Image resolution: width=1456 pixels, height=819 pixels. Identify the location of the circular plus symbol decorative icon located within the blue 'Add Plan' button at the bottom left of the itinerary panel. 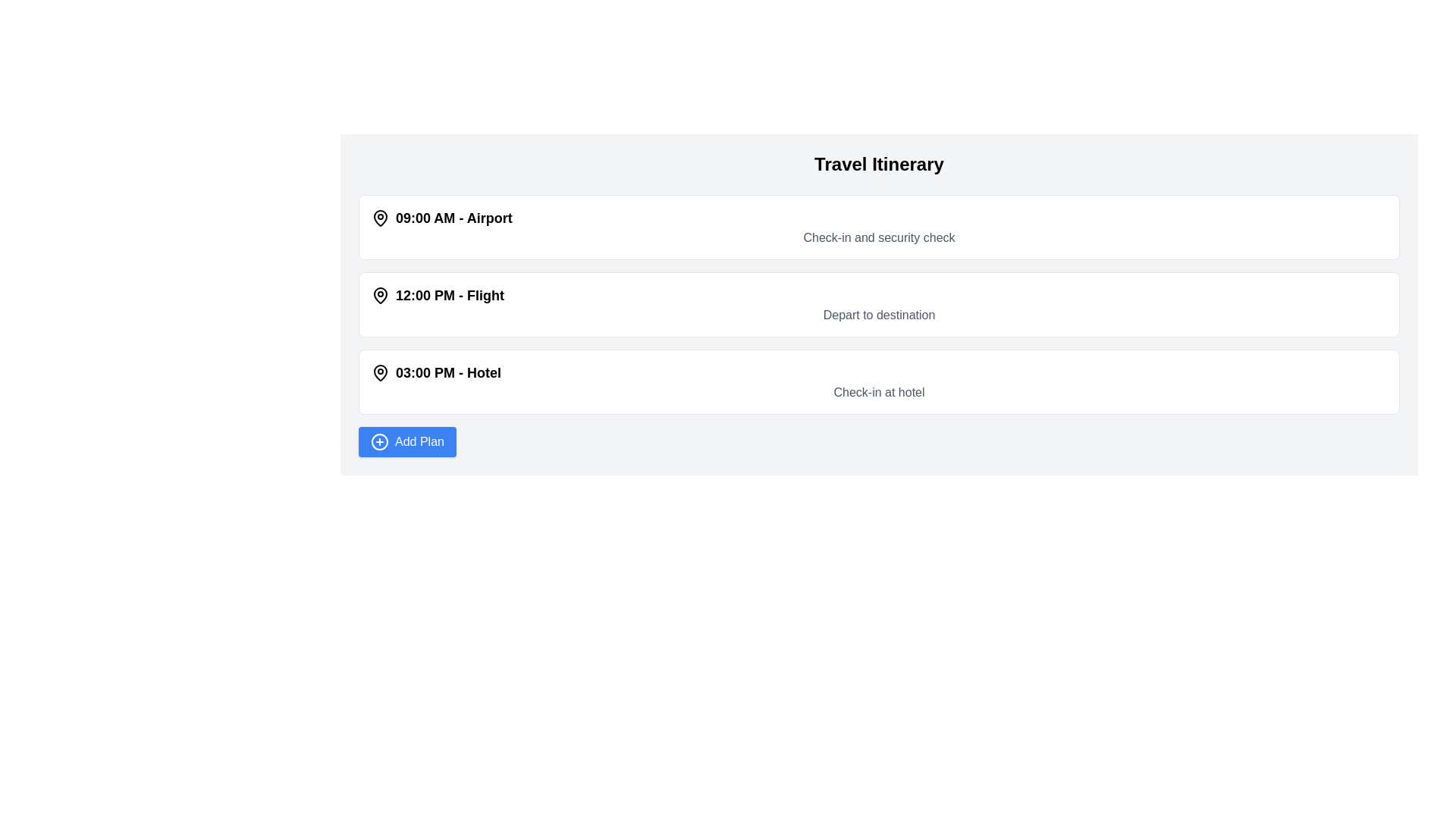
(379, 441).